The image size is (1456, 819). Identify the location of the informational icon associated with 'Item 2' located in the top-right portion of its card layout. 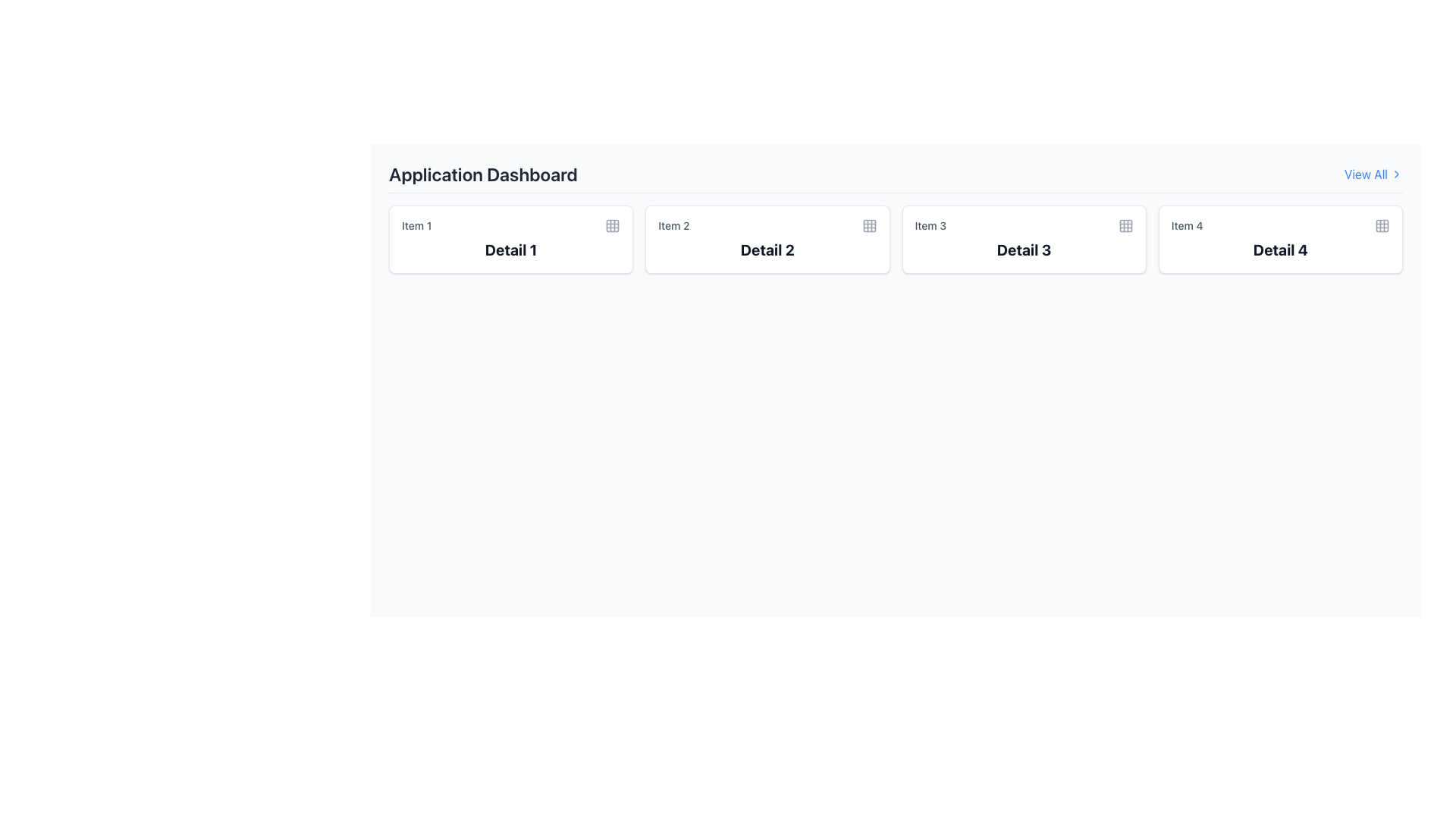
(869, 225).